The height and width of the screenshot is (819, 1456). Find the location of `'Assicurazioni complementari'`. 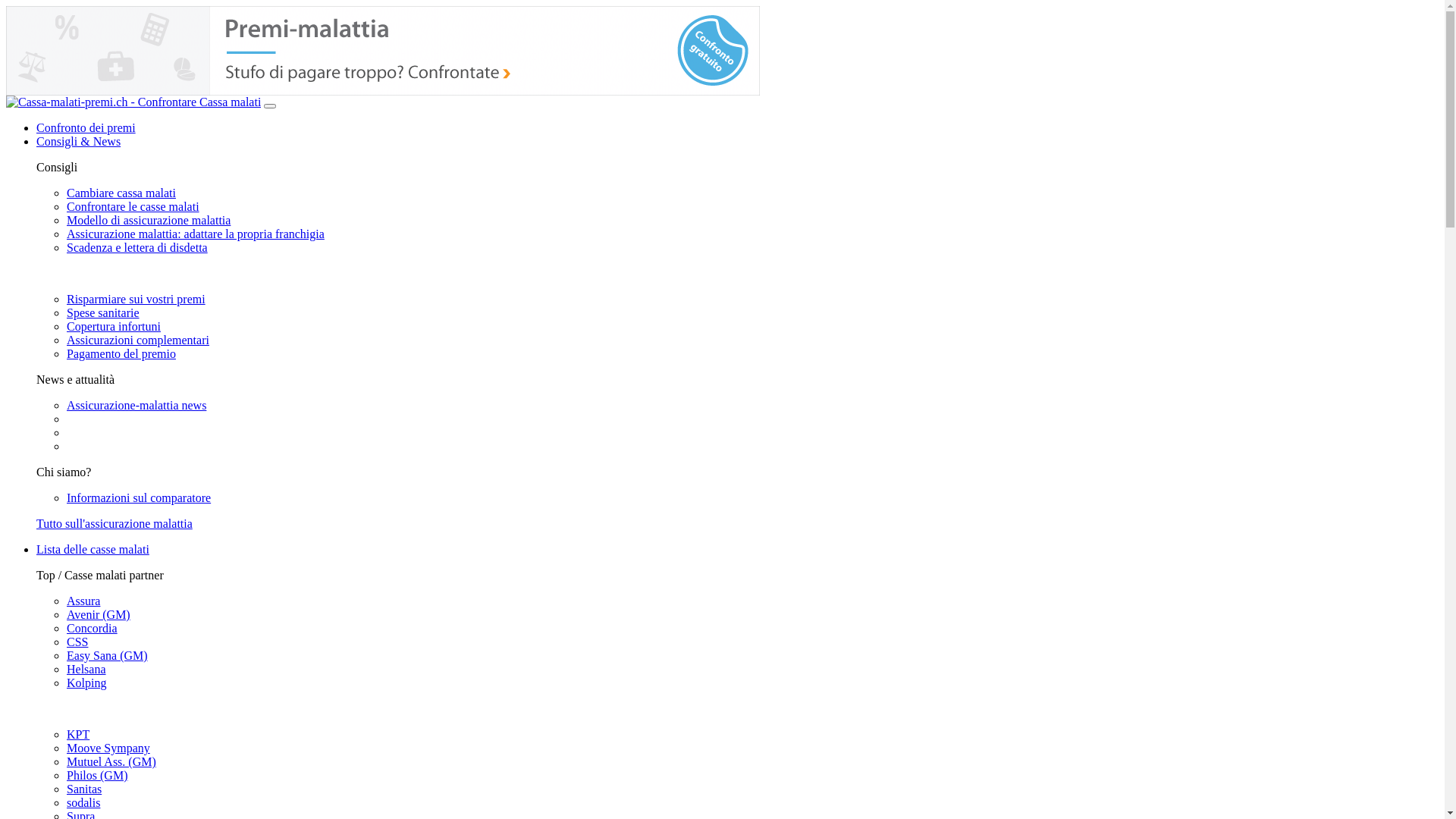

'Assicurazioni complementari' is located at coordinates (138, 339).